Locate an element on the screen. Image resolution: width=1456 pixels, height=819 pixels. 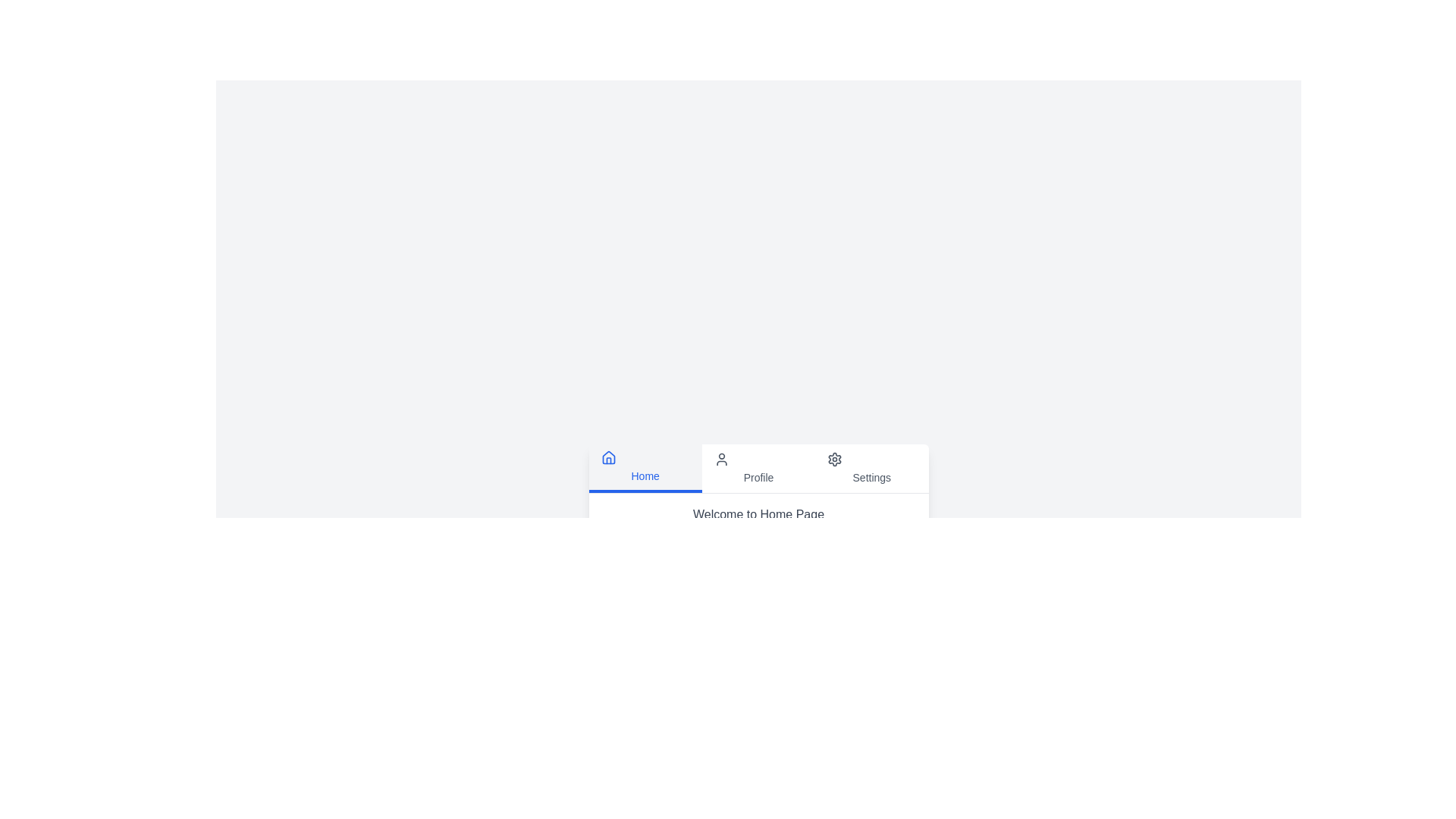
the Profile tab to switch to its view is located at coordinates (758, 467).